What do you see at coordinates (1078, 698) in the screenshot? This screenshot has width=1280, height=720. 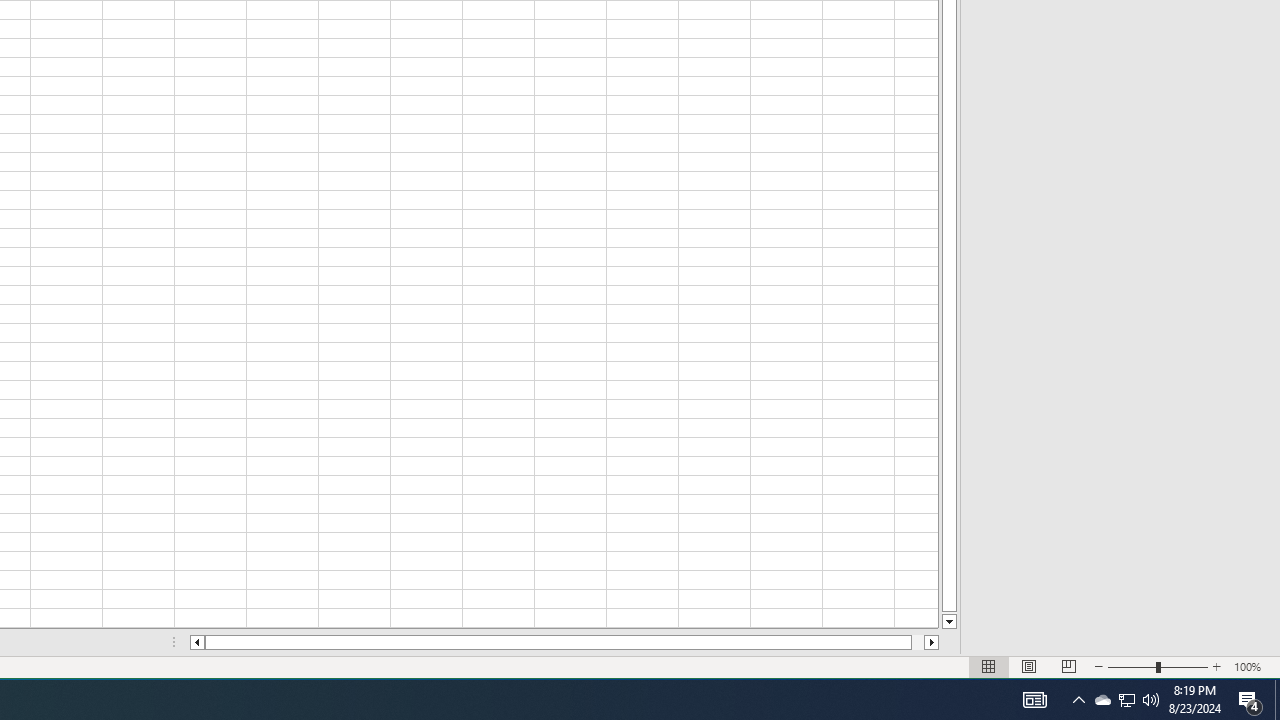 I see `'Notification Chevron'` at bounding box center [1078, 698].